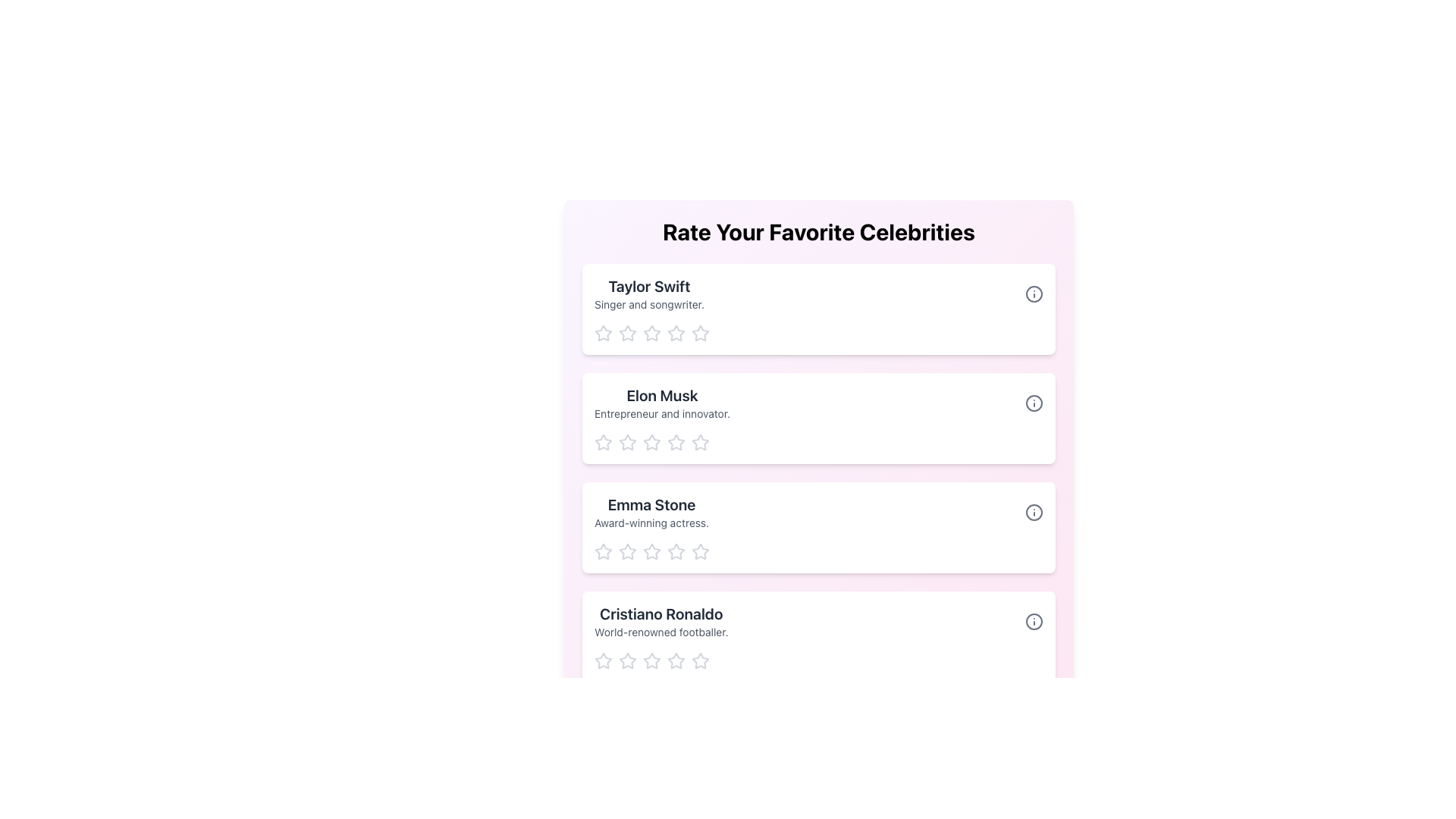  Describe the element at coordinates (700, 442) in the screenshot. I see `the third star-shaped icon in the rating row for 'Elon Musk'` at that location.